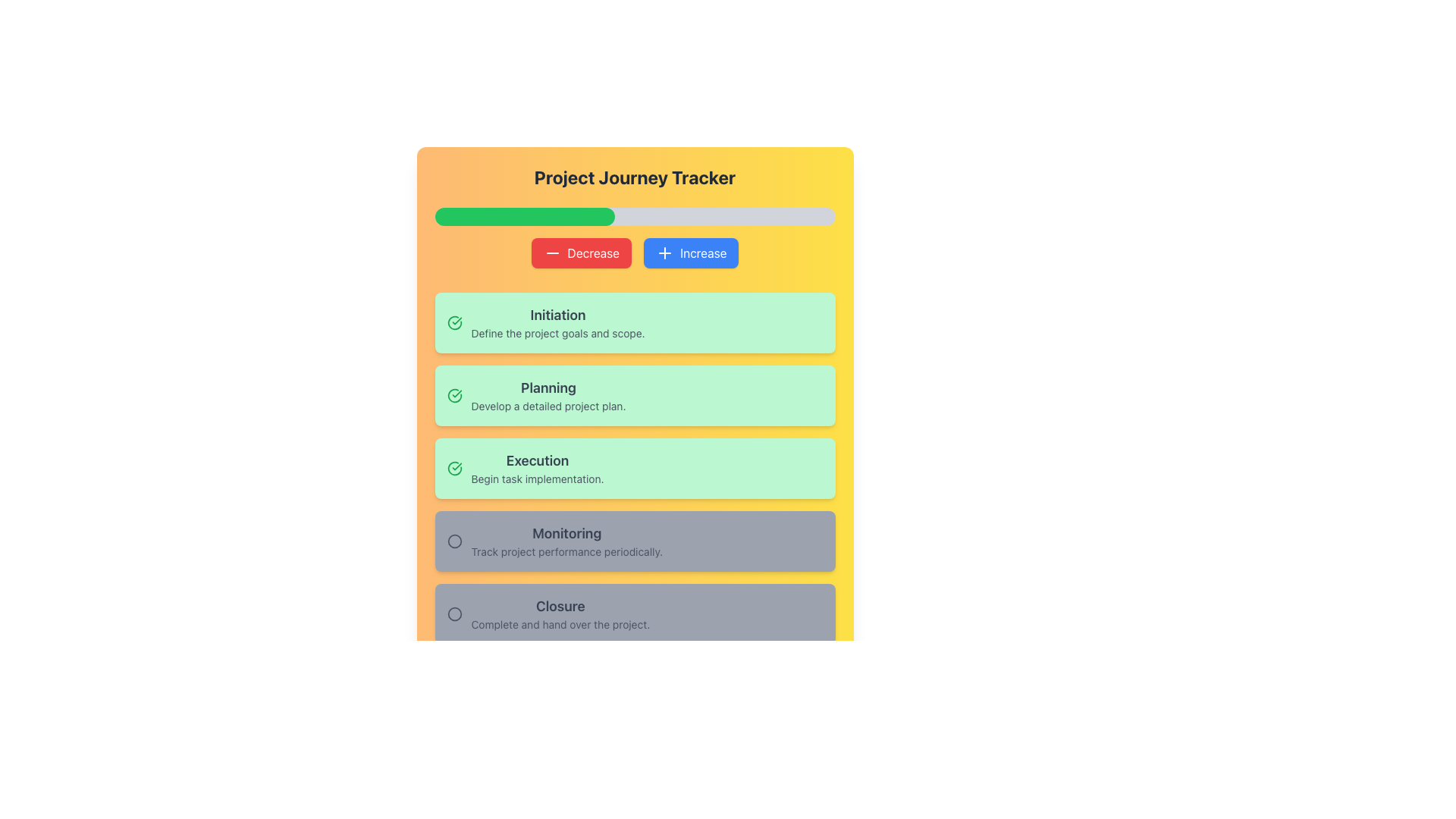  I want to click on the left button of the Button Group, which is used to decrease the value, located below the progress bar and above the list of steps, so click(635, 253).